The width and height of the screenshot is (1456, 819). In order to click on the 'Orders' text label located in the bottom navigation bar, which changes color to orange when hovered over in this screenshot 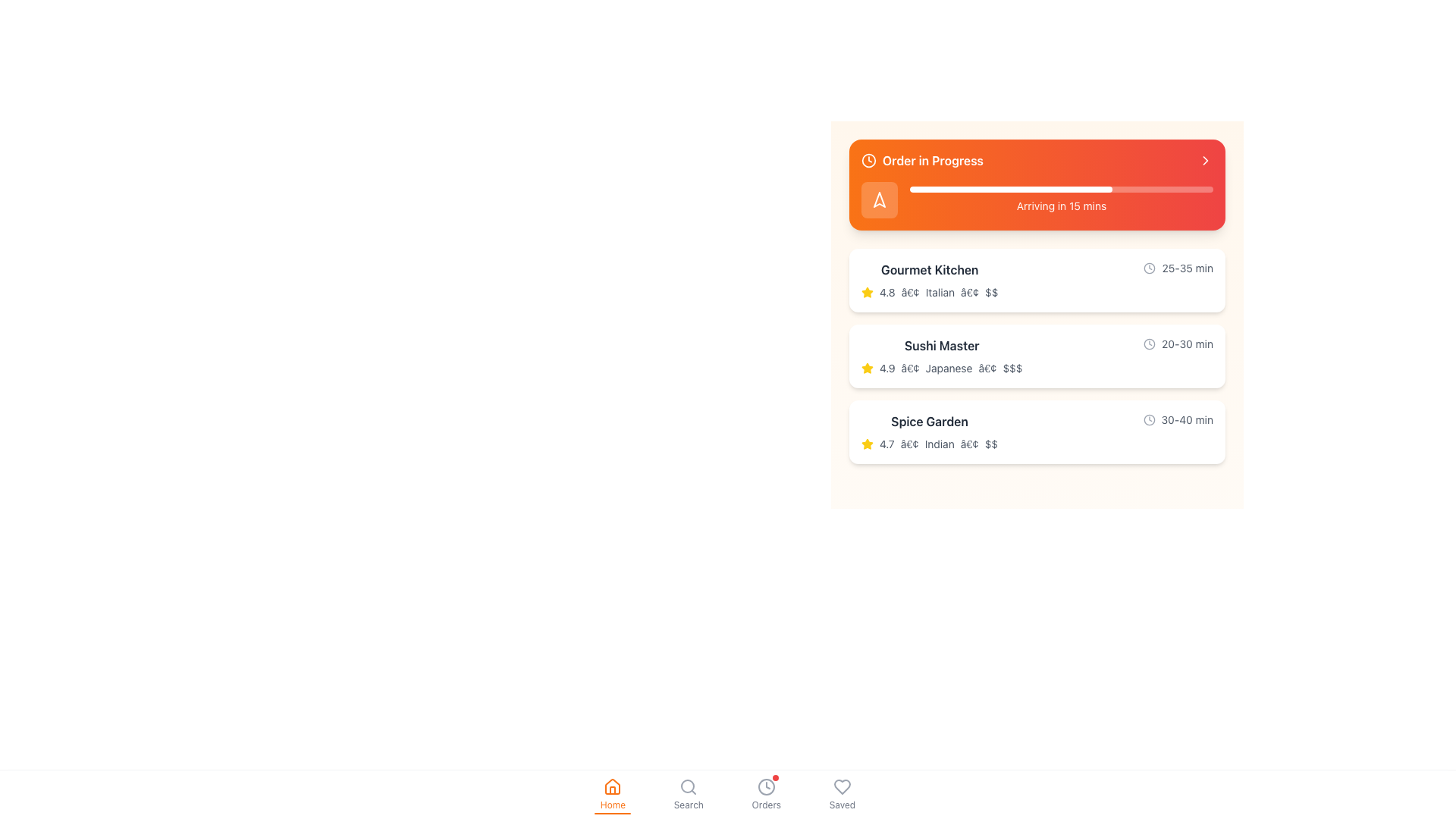, I will do `click(766, 804)`.